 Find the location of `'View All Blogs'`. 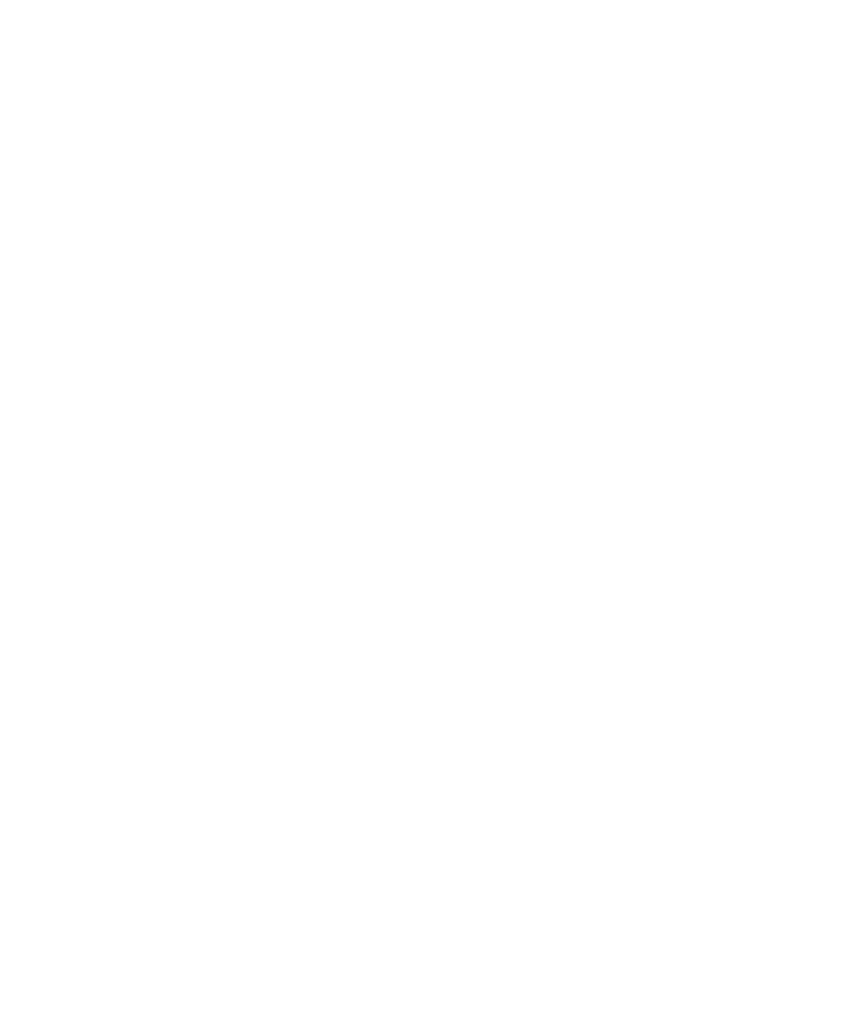

'View All Blogs' is located at coordinates (669, 434).